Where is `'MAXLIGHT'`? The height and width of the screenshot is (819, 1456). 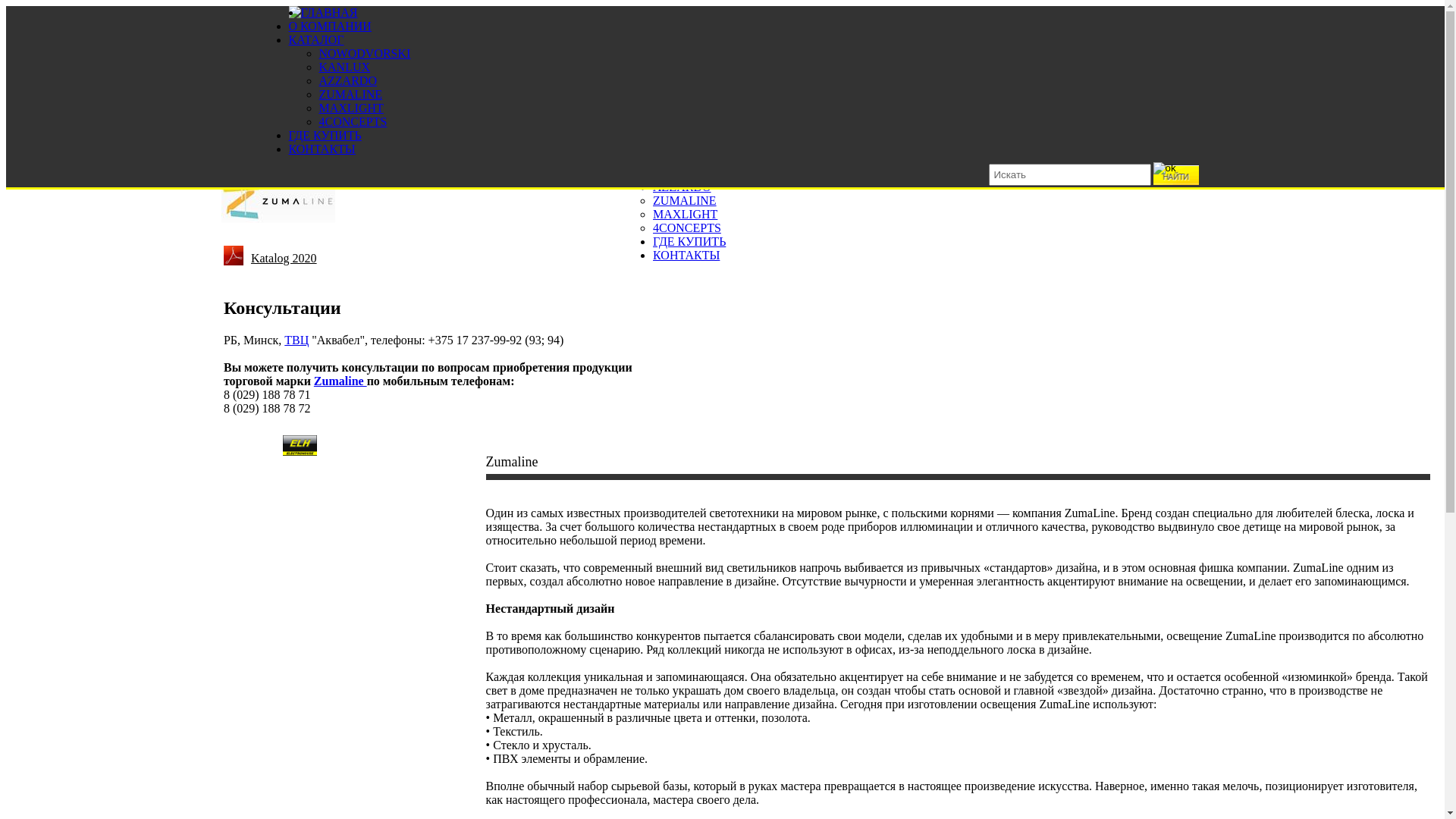 'MAXLIGHT' is located at coordinates (684, 214).